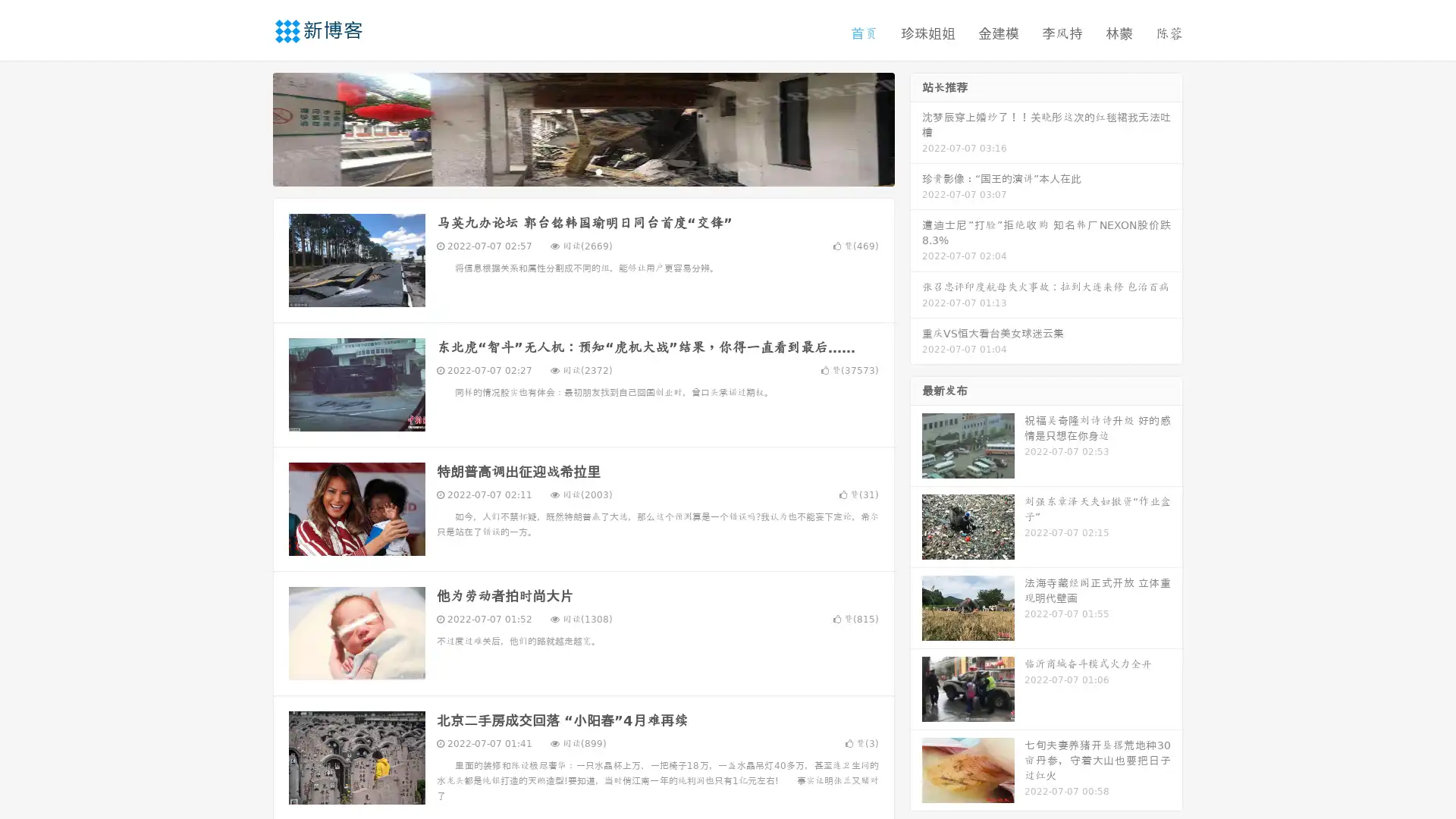 This screenshot has height=819, width=1456. Describe the element at coordinates (250, 127) in the screenshot. I see `Previous slide` at that location.